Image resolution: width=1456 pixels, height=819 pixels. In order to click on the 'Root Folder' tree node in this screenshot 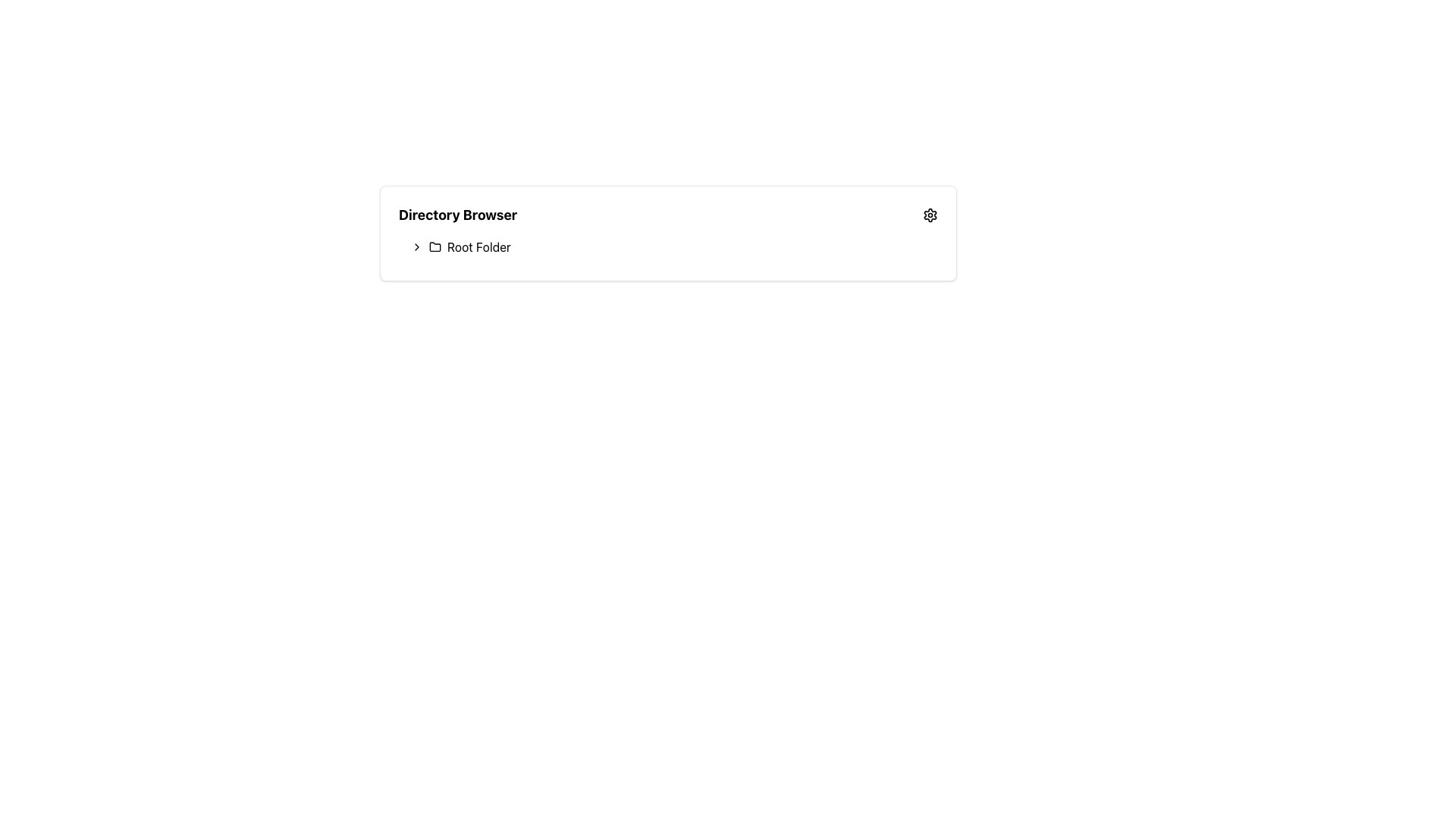, I will do `click(673, 246)`.